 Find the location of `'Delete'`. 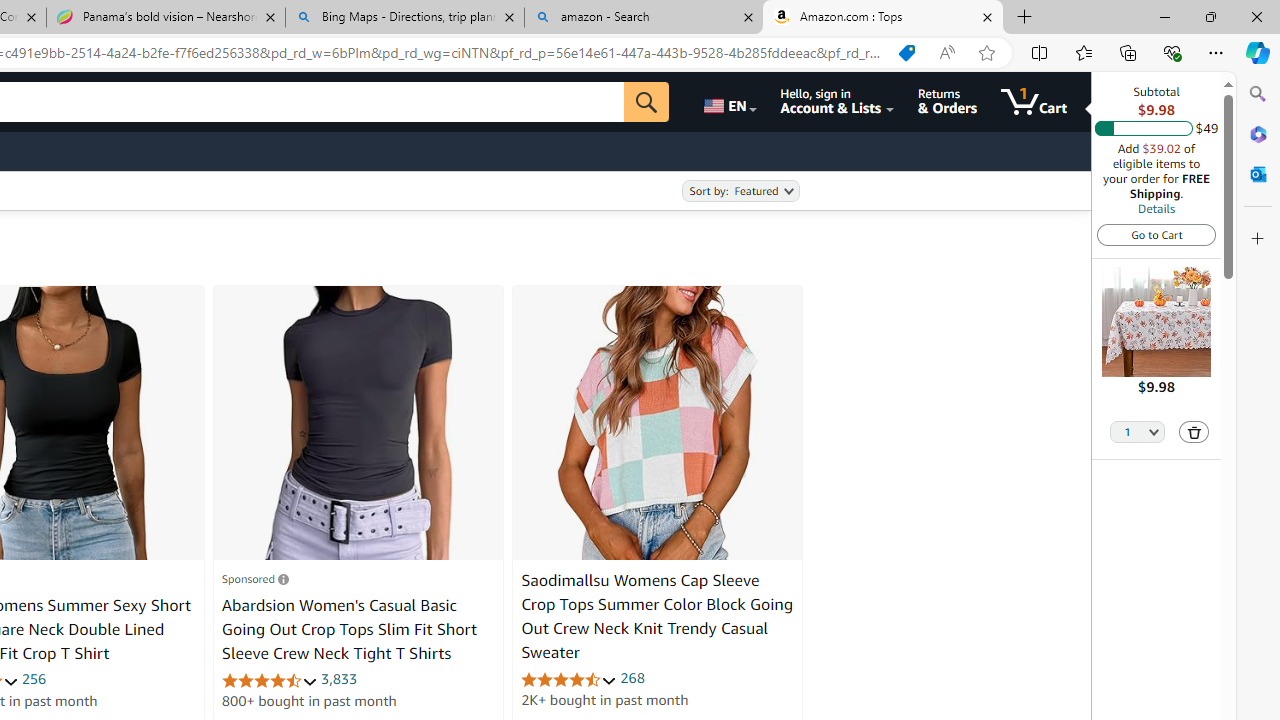

'Delete' is located at coordinates (1194, 430).